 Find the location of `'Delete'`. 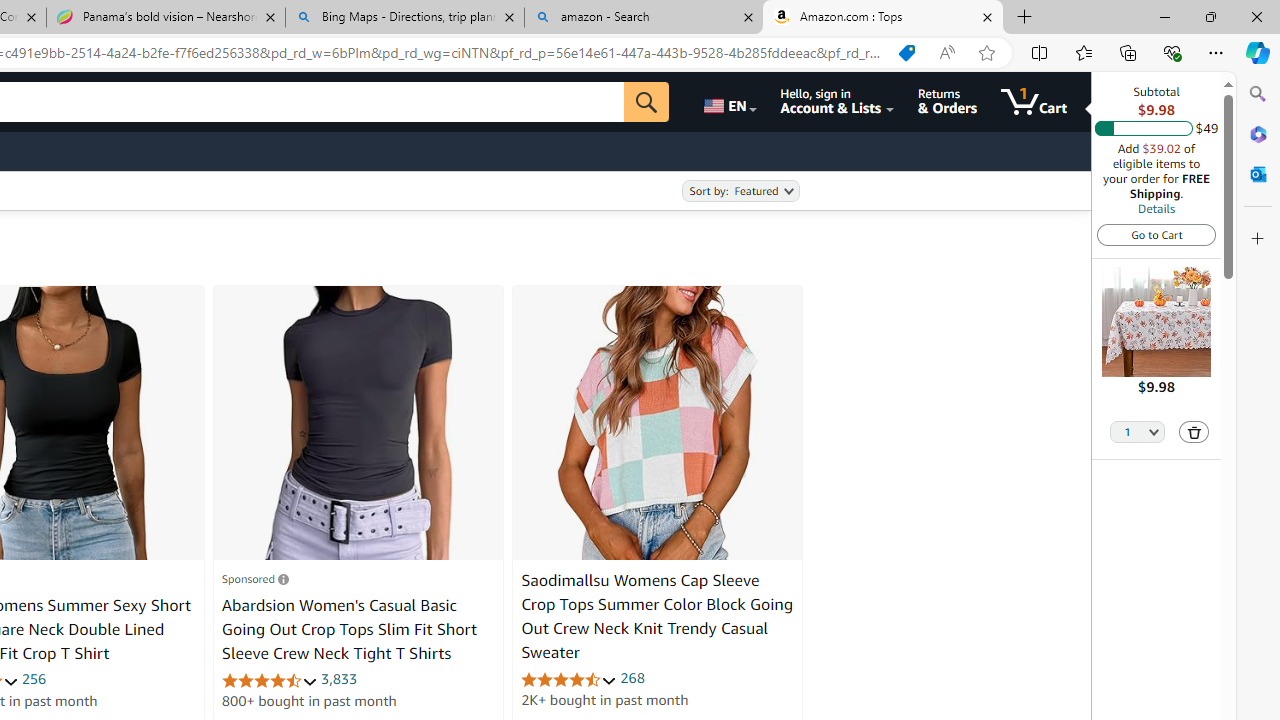

'Delete' is located at coordinates (1194, 430).